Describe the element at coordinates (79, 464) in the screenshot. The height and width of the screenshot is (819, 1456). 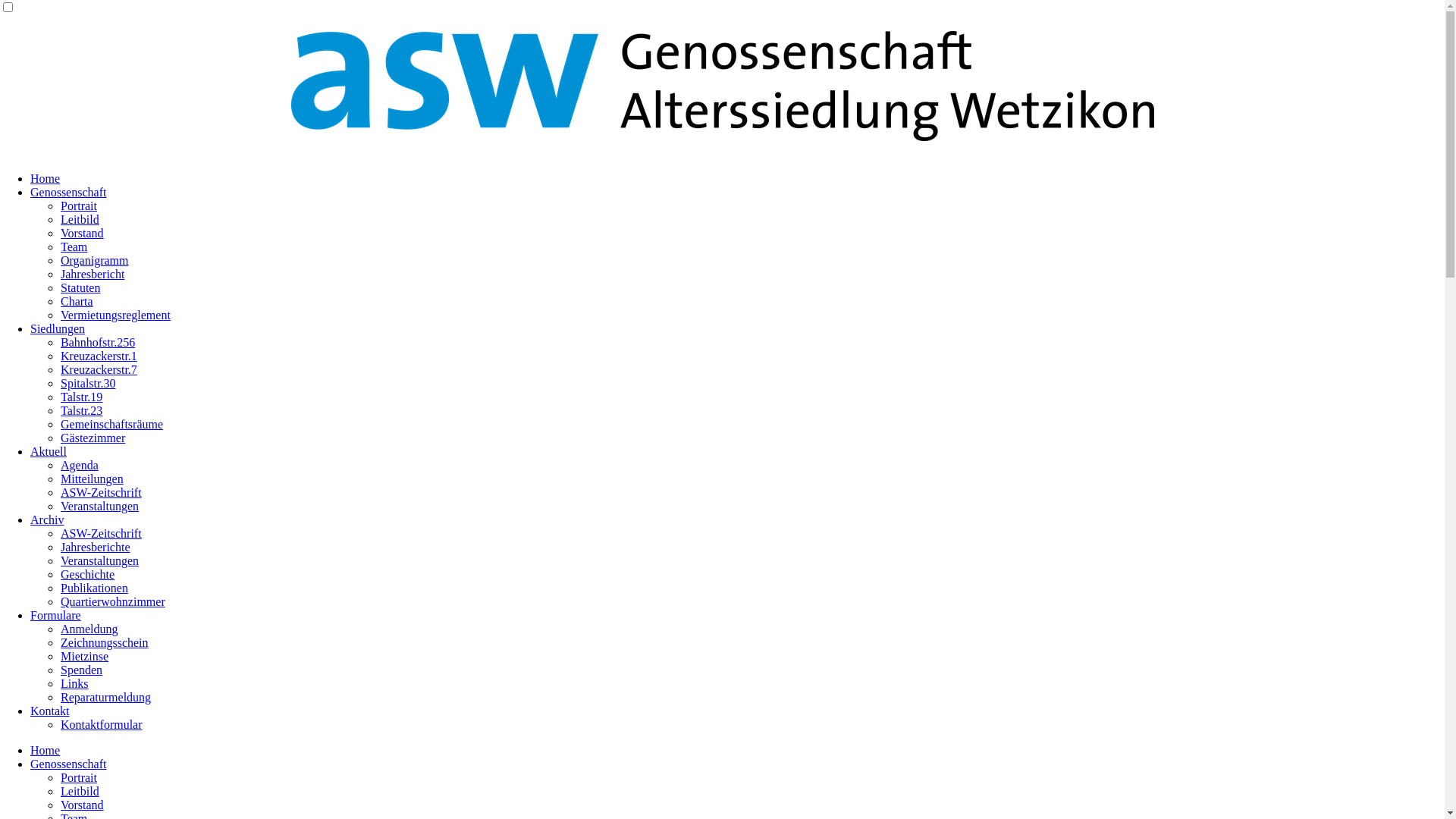
I see `'Agenda'` at that location.